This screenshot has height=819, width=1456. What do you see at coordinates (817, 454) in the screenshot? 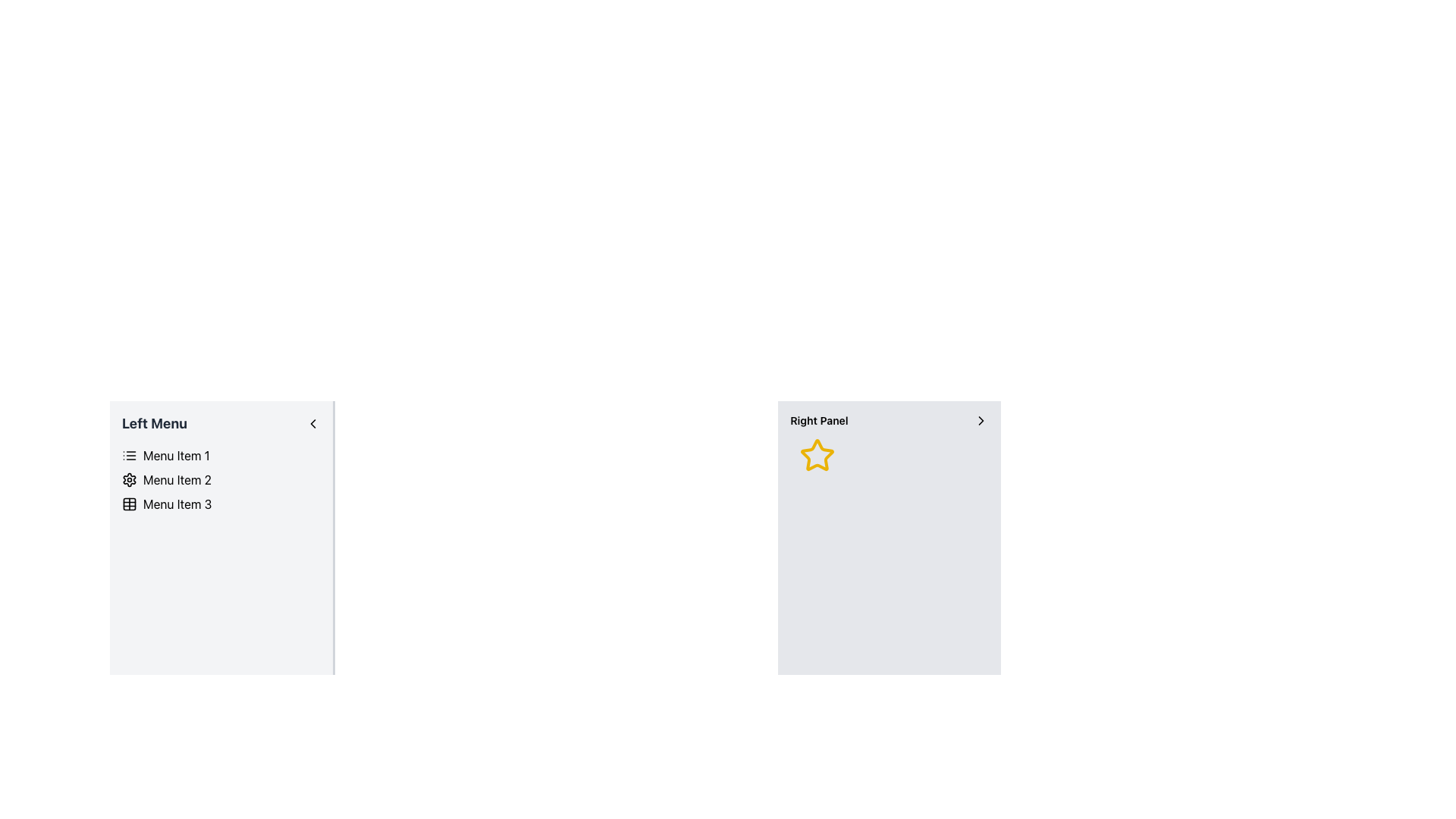
I see `the star icon located in the right panel under the 'Right Panel' heading` at bounding box center [817, 454].